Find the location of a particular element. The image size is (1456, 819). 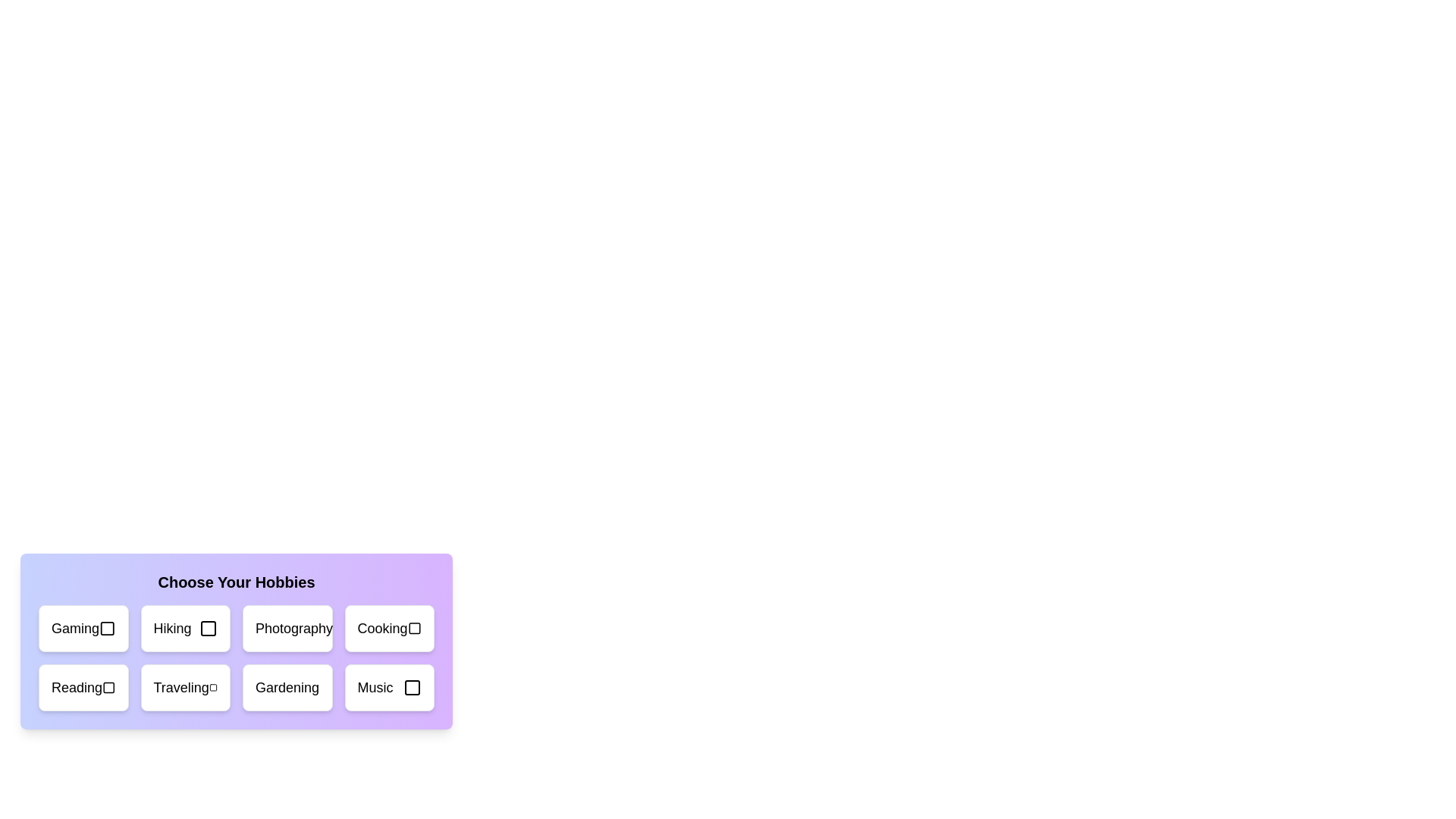

the hobby card labeled 'Photography' is located at coordinates (287, 629).